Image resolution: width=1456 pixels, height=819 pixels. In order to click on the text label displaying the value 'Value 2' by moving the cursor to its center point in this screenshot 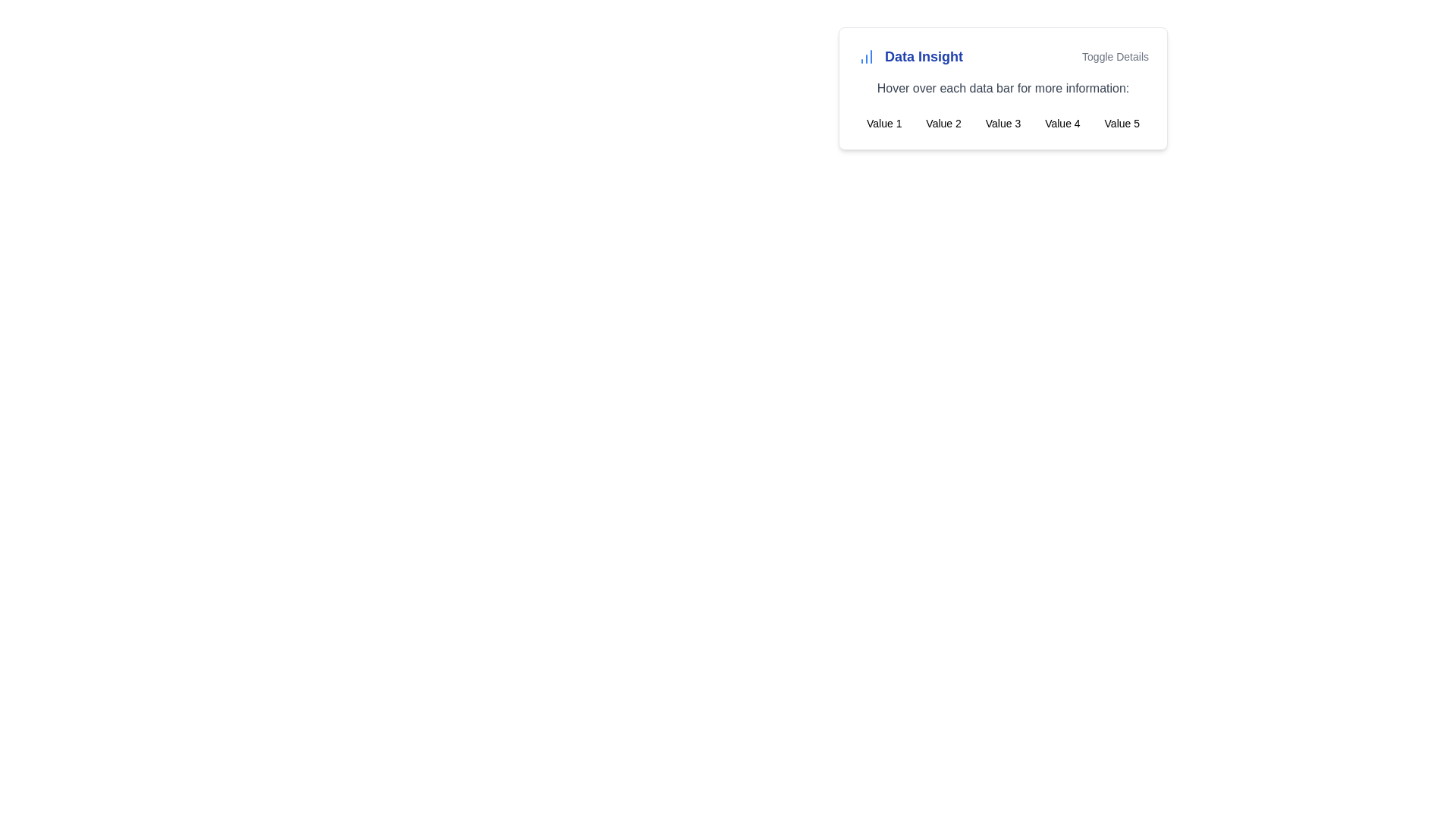, I will do `click(943, 122)`.